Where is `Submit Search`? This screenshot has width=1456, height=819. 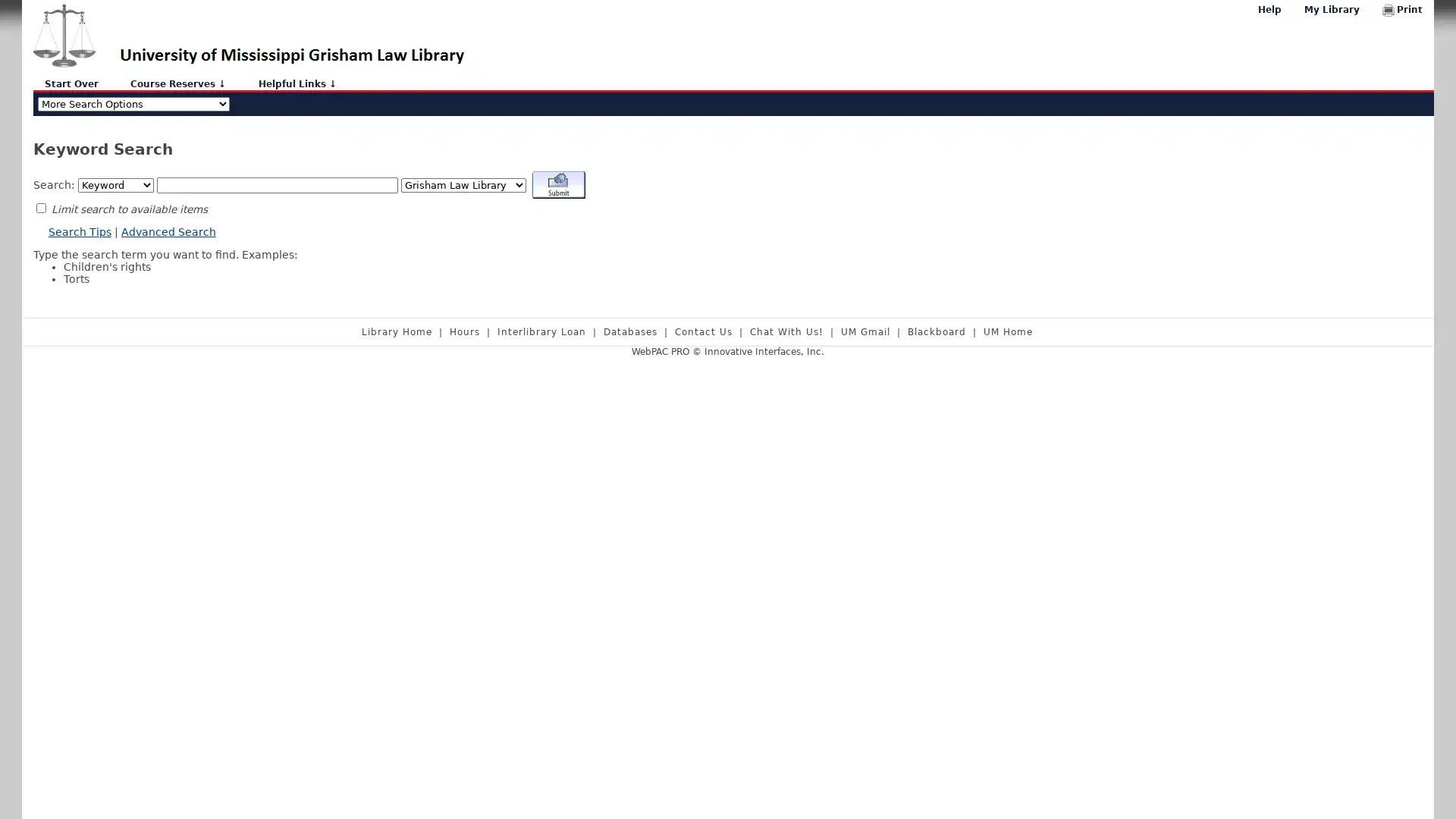 Submit Search is located at coordinates (558, 185).